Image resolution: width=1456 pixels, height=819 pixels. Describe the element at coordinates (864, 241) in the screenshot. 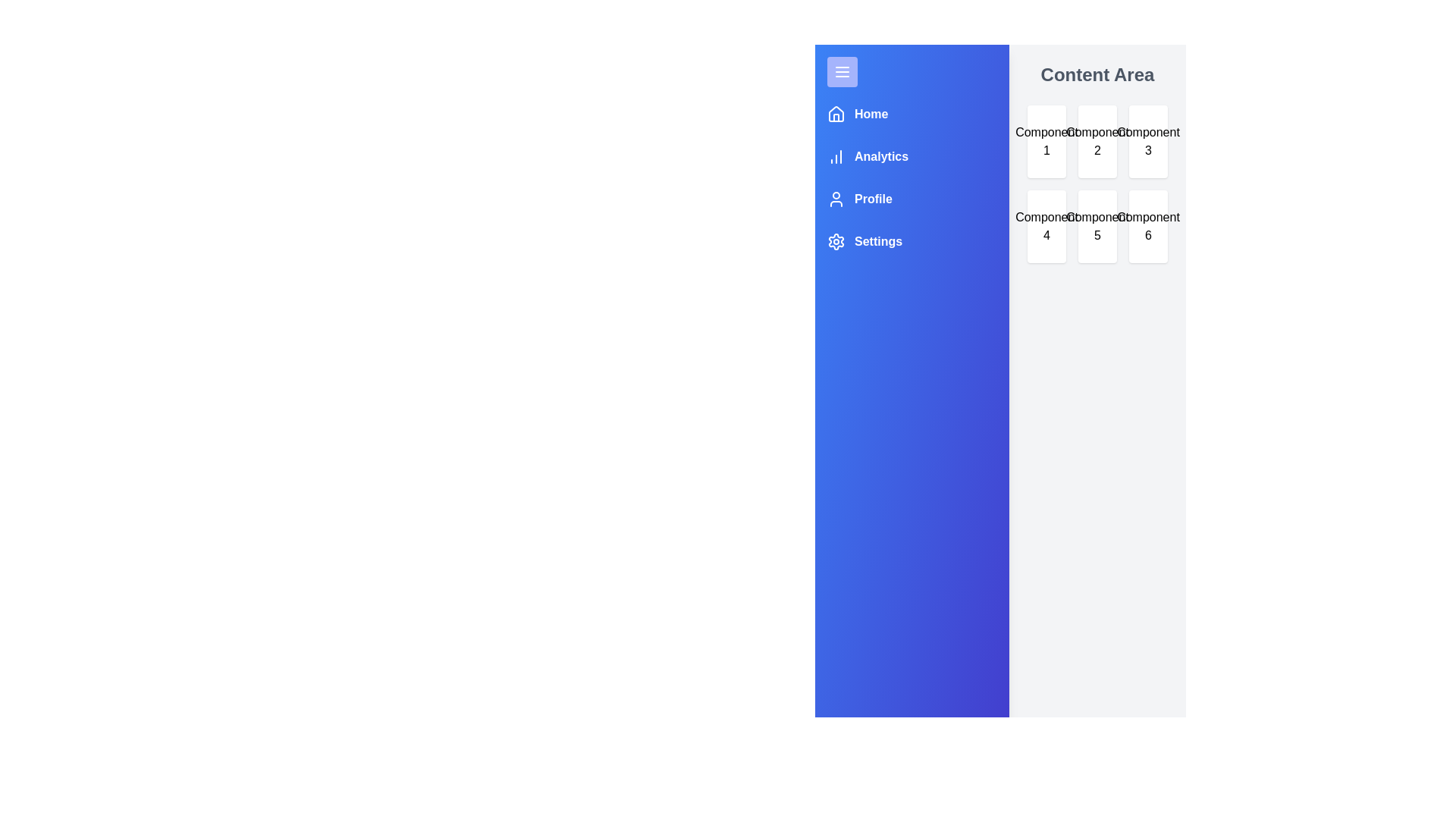

I see `the navigation menu item Settings` at that location.